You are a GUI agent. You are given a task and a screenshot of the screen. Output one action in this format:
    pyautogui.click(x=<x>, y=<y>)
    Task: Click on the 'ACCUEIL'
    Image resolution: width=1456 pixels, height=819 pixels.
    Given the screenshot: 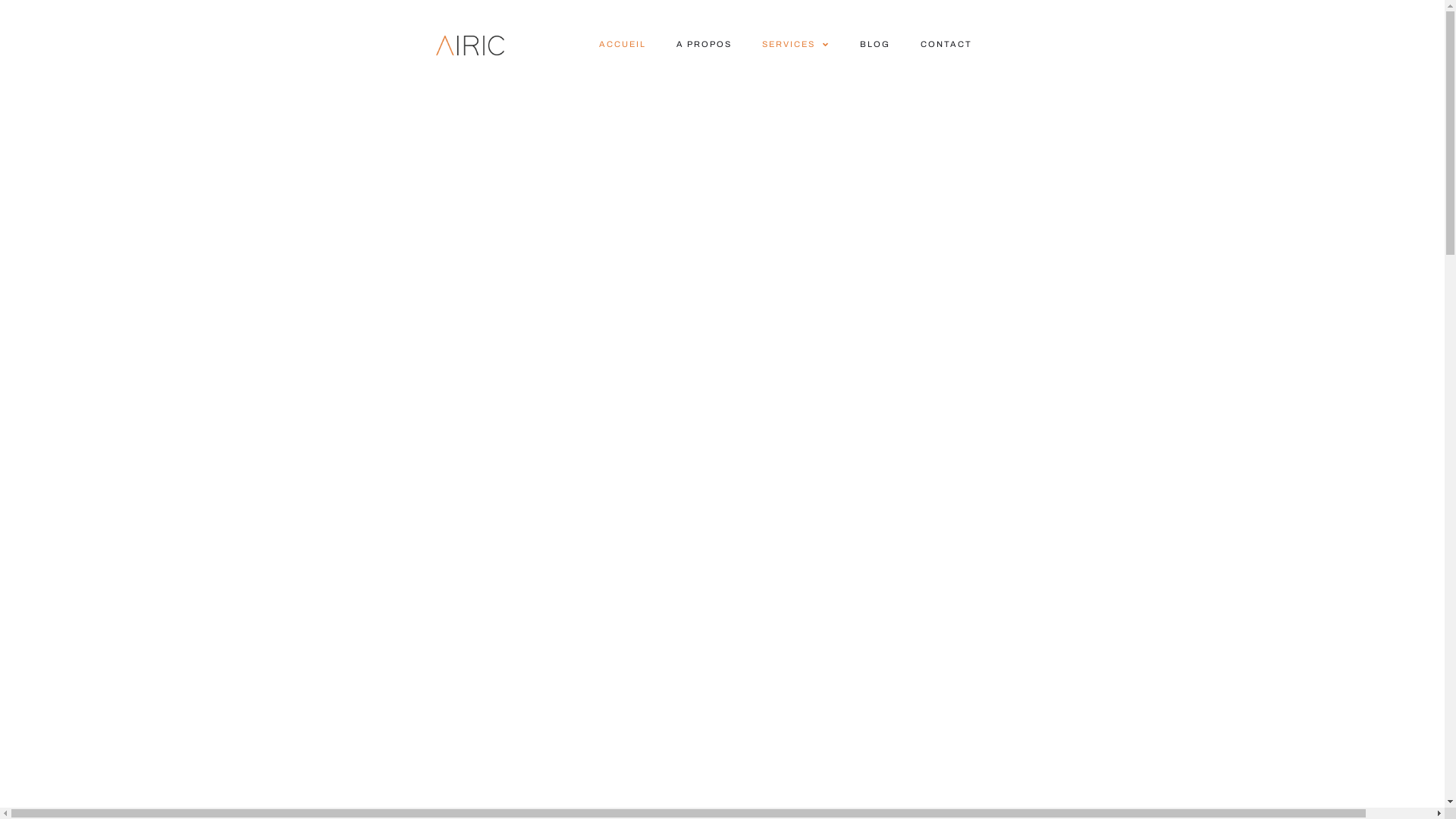 What is the action you would take?
    pyautogui.click(x=622, y=43)
    